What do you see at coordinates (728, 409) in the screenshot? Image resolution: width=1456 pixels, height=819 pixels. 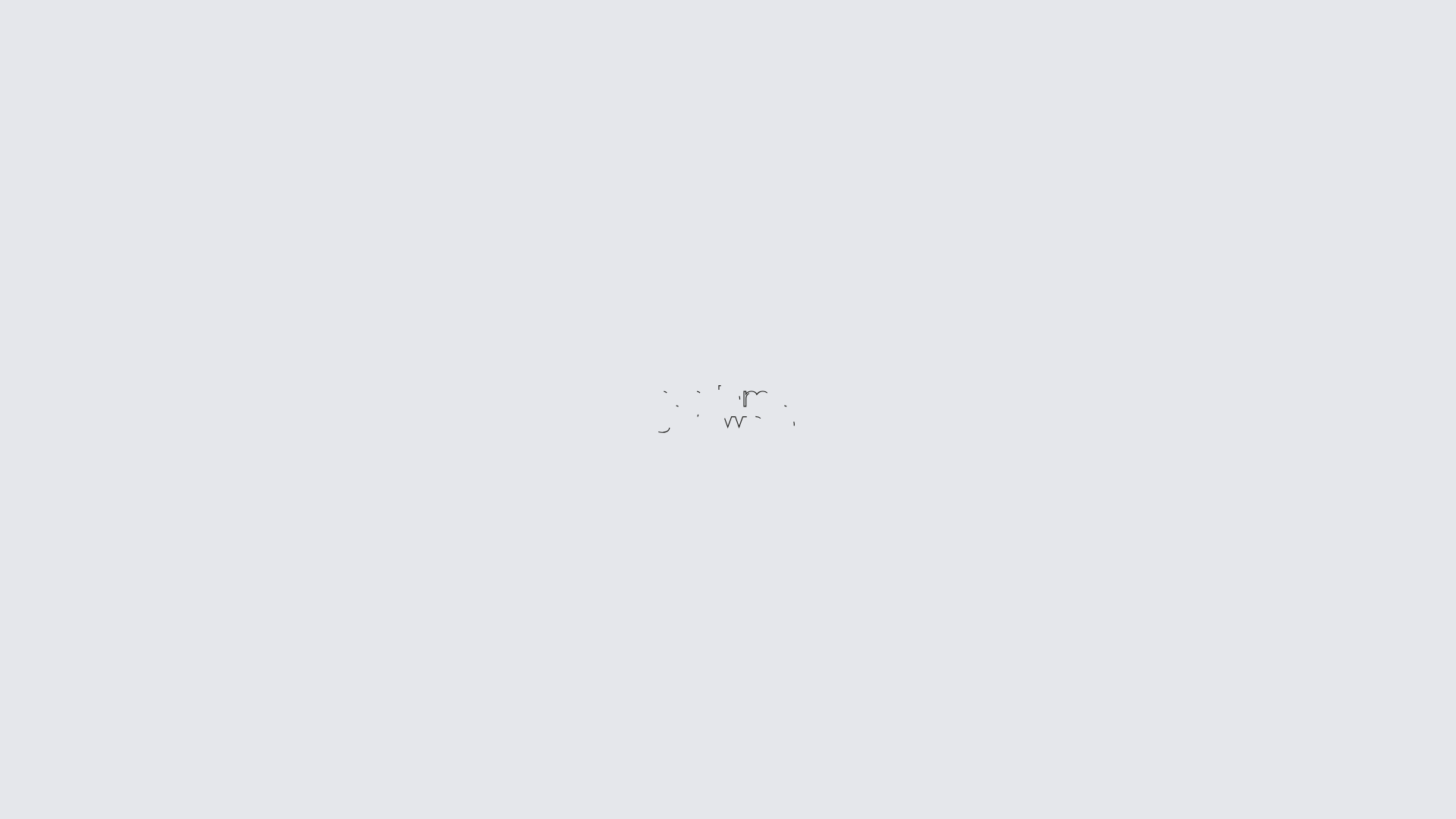 I see `'alt-logo'` at bounding box center [728, 409].